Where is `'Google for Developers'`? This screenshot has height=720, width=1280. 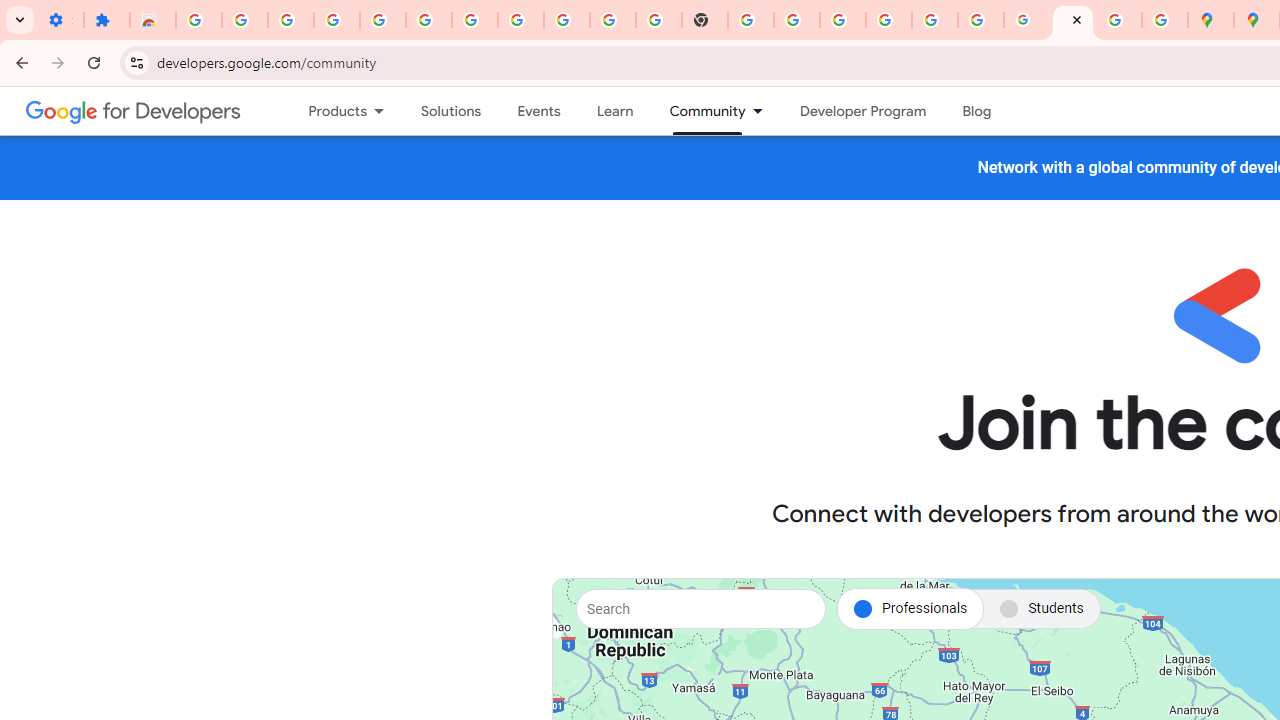 'Google for Developers' is located at coordinates (132, 110).